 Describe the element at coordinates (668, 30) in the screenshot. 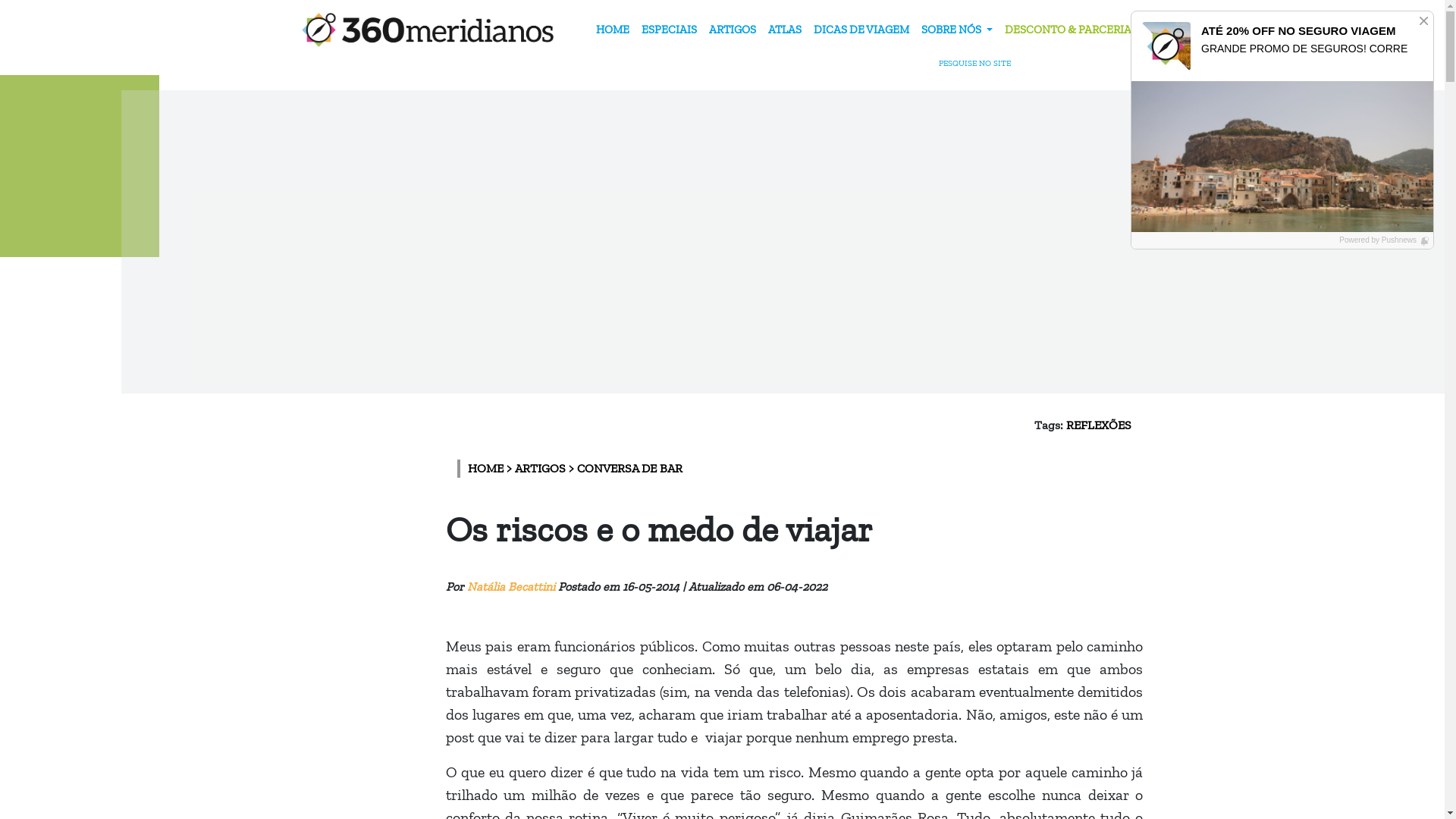

I see `'ESPECIAIS'` at that location.